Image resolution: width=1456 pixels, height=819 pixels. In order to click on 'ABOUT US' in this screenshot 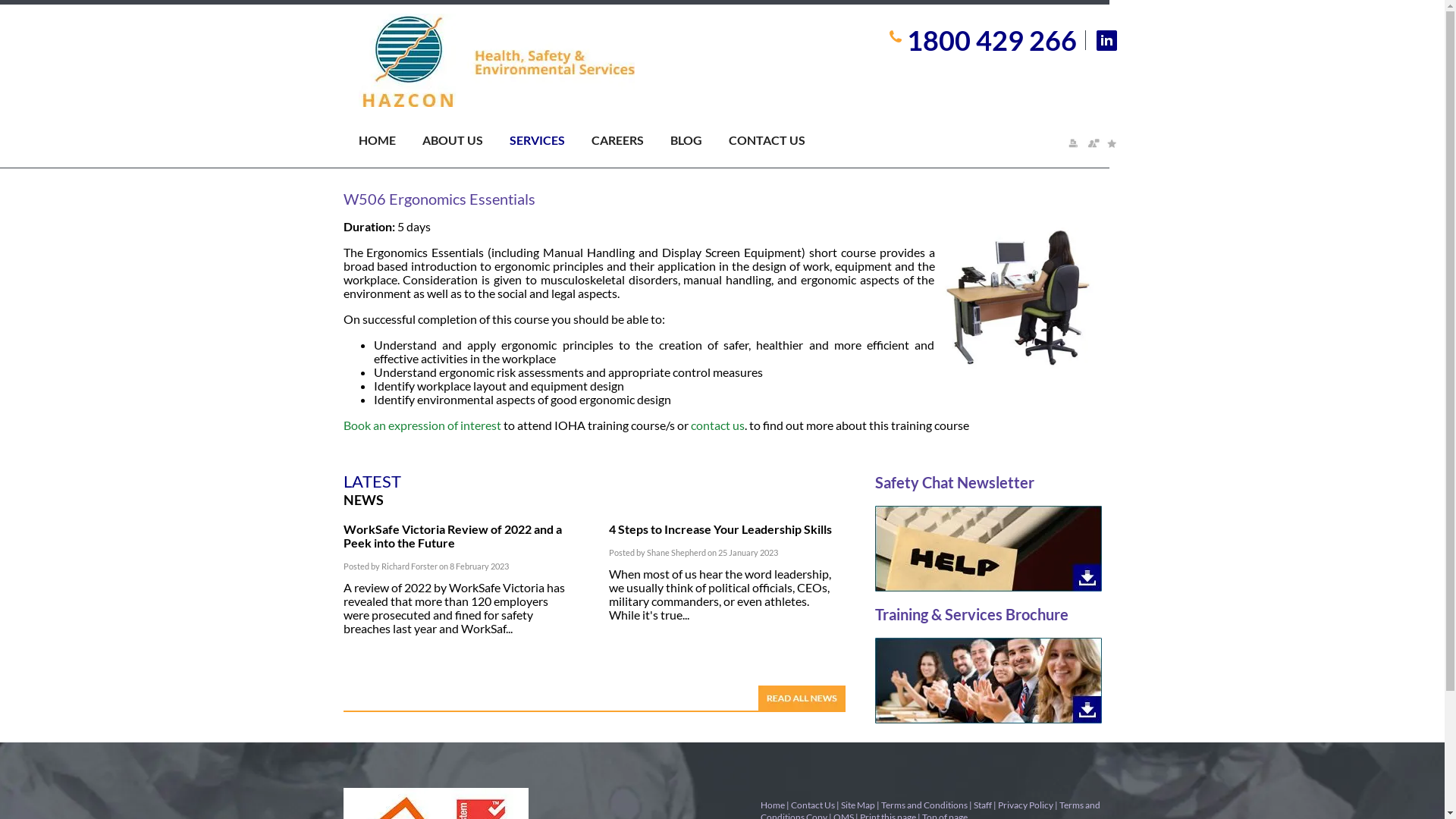, I will do `click(464, 143)`.